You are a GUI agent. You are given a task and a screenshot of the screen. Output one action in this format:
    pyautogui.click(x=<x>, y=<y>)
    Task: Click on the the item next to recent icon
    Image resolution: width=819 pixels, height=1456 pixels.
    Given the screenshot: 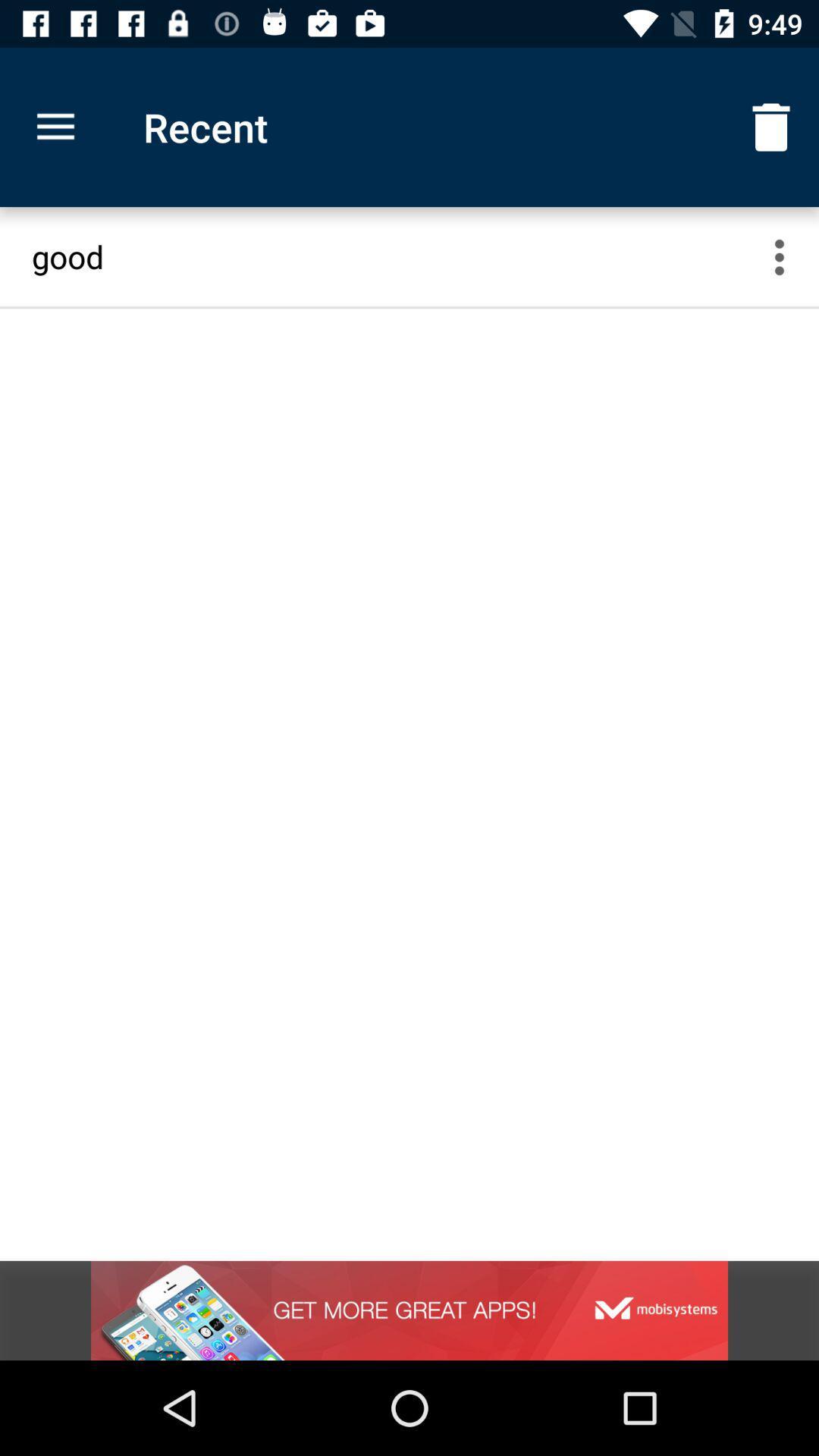 What is the action you would take?
    pyautogui.click(x=771, y=127)
    